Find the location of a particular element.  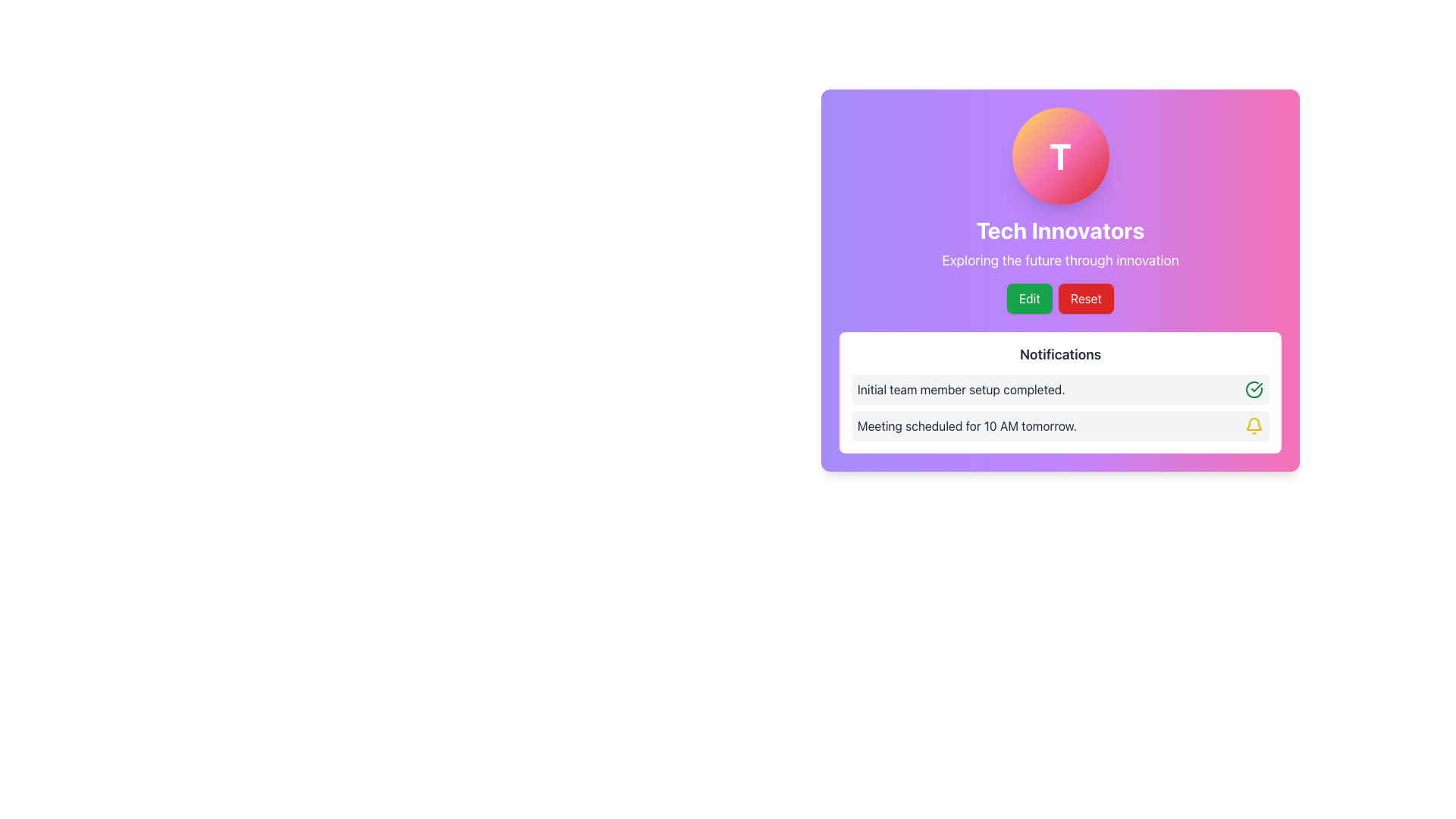

notifications displayed in the Notification Panel, which has a white background, gray text, and rounded corners, located below the header and action buttons is located at coordinates (1059, 391).